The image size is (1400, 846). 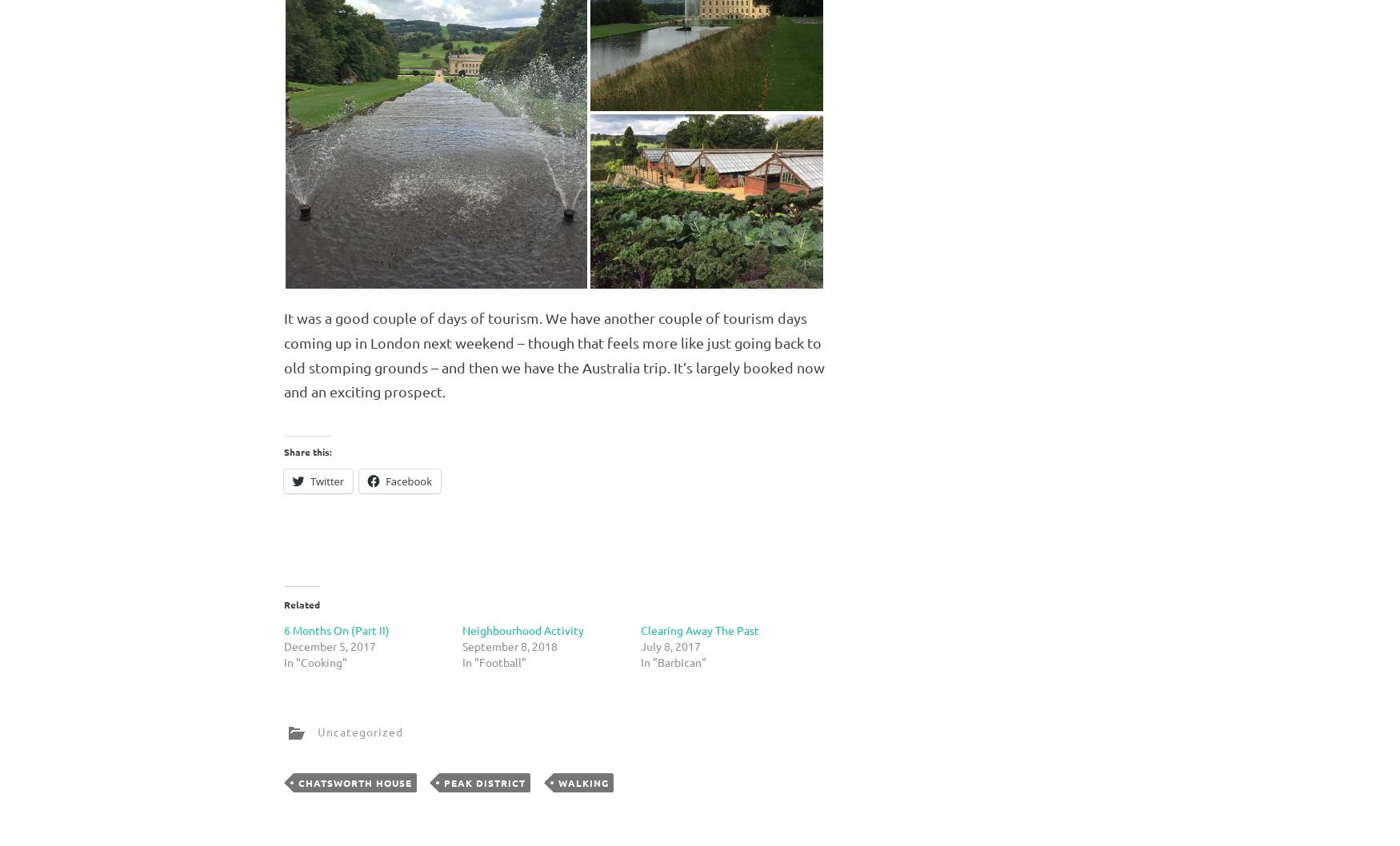 I want to click on 'Twitter', so click(x=309, y=481).